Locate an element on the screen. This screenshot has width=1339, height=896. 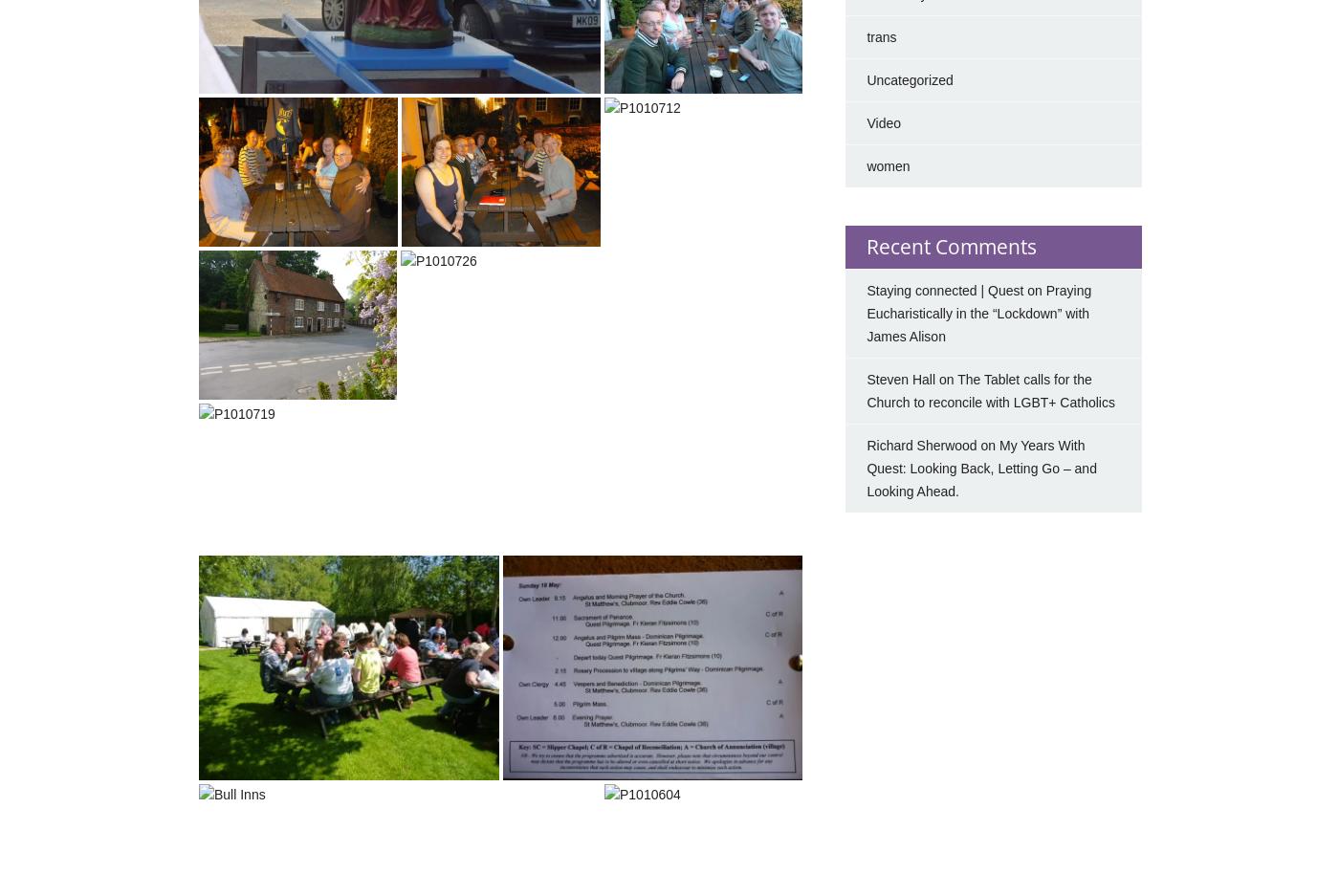
'Praying Eucharistically in the “Lockdown” with James Alison' is located at coordinates (978, 313).